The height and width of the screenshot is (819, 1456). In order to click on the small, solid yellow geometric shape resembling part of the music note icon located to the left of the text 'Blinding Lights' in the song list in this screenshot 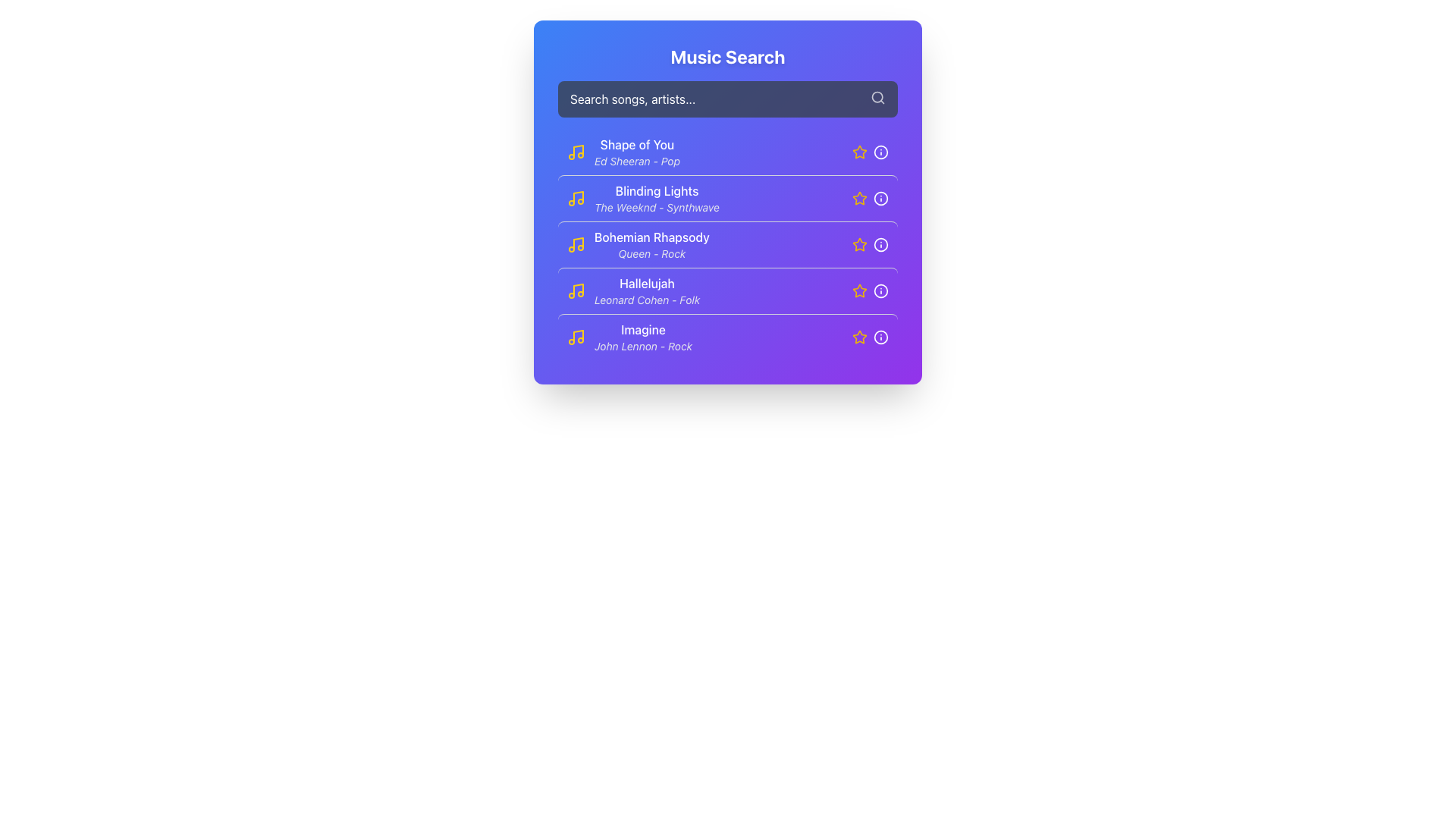, I will do `click(578, 196)`.